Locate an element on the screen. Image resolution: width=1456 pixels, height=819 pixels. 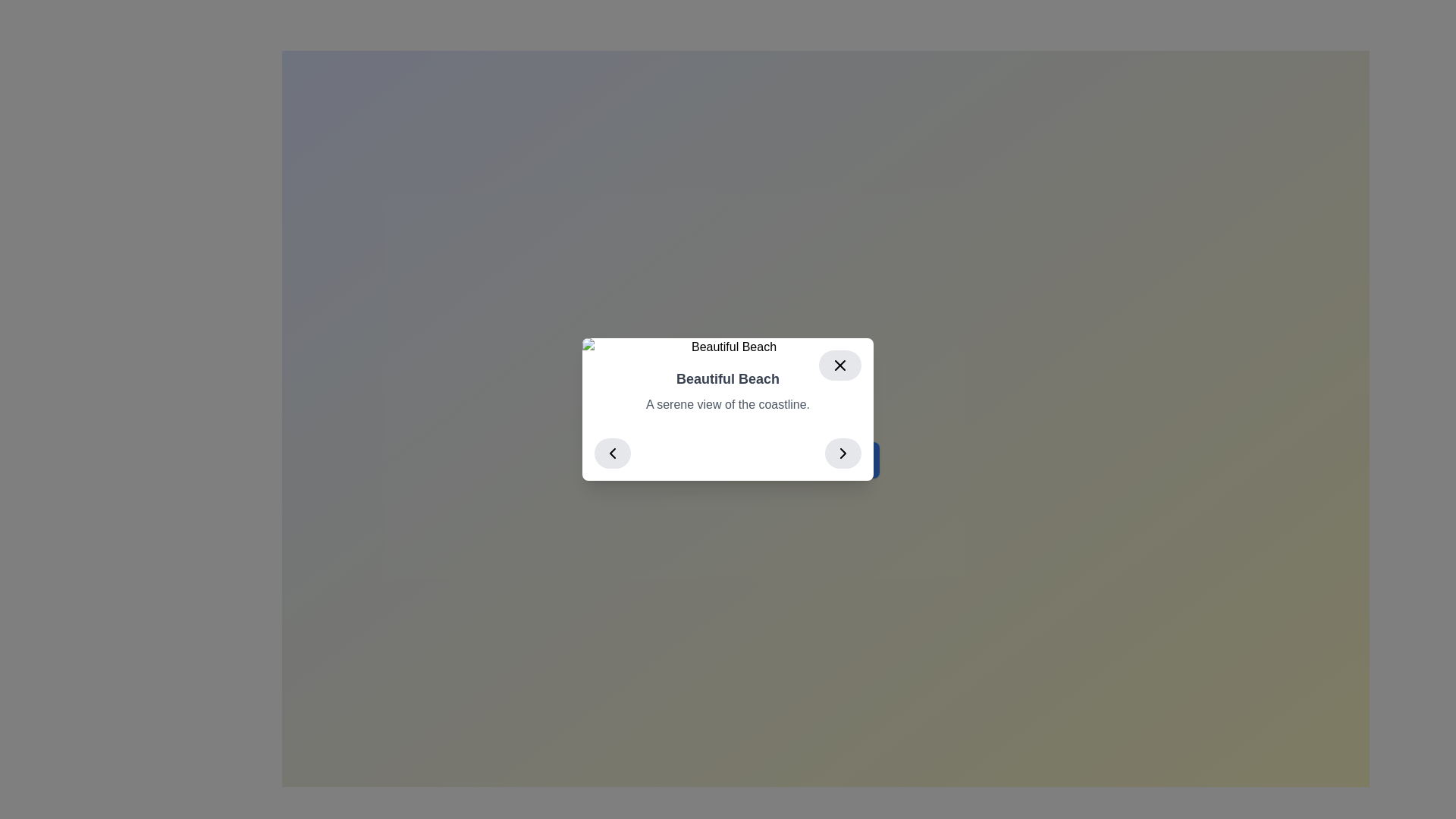
the circular button with a light gray background and a black left-pointing chevron icon at its center for possible extended functionality is located at coordinates (612, 452).